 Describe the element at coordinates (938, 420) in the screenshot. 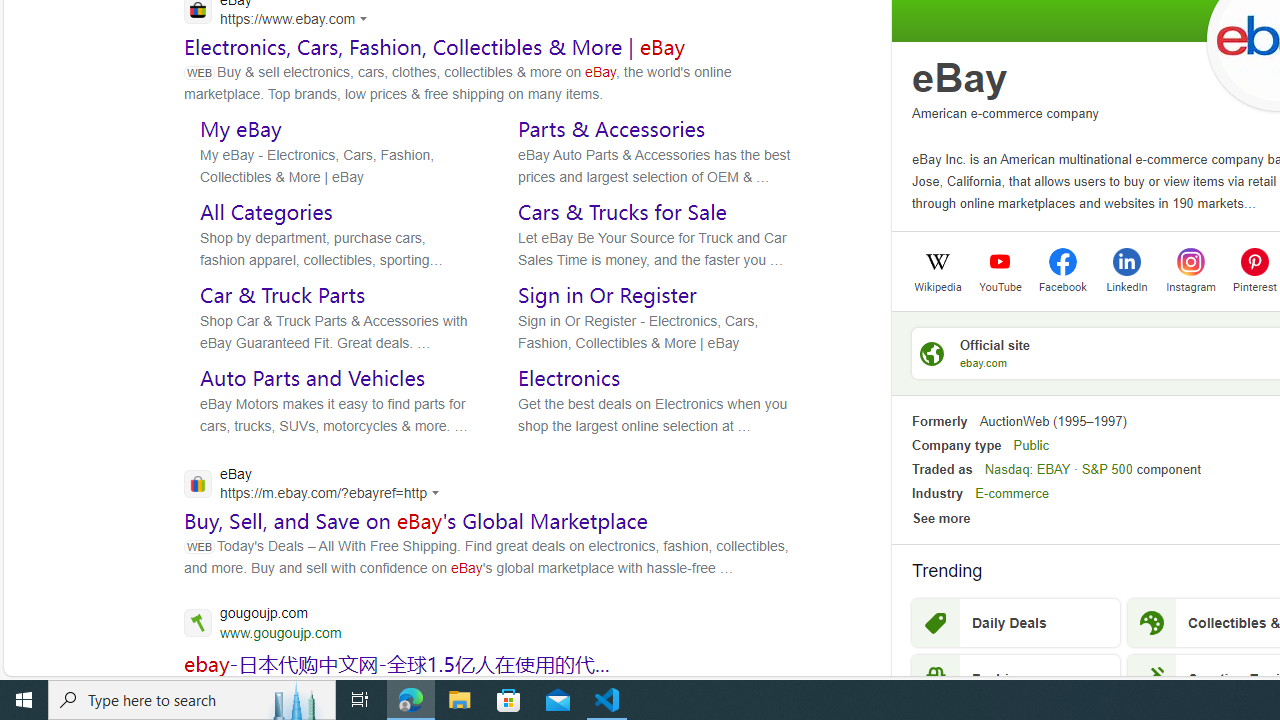

I see `'Formerly'` at that location.